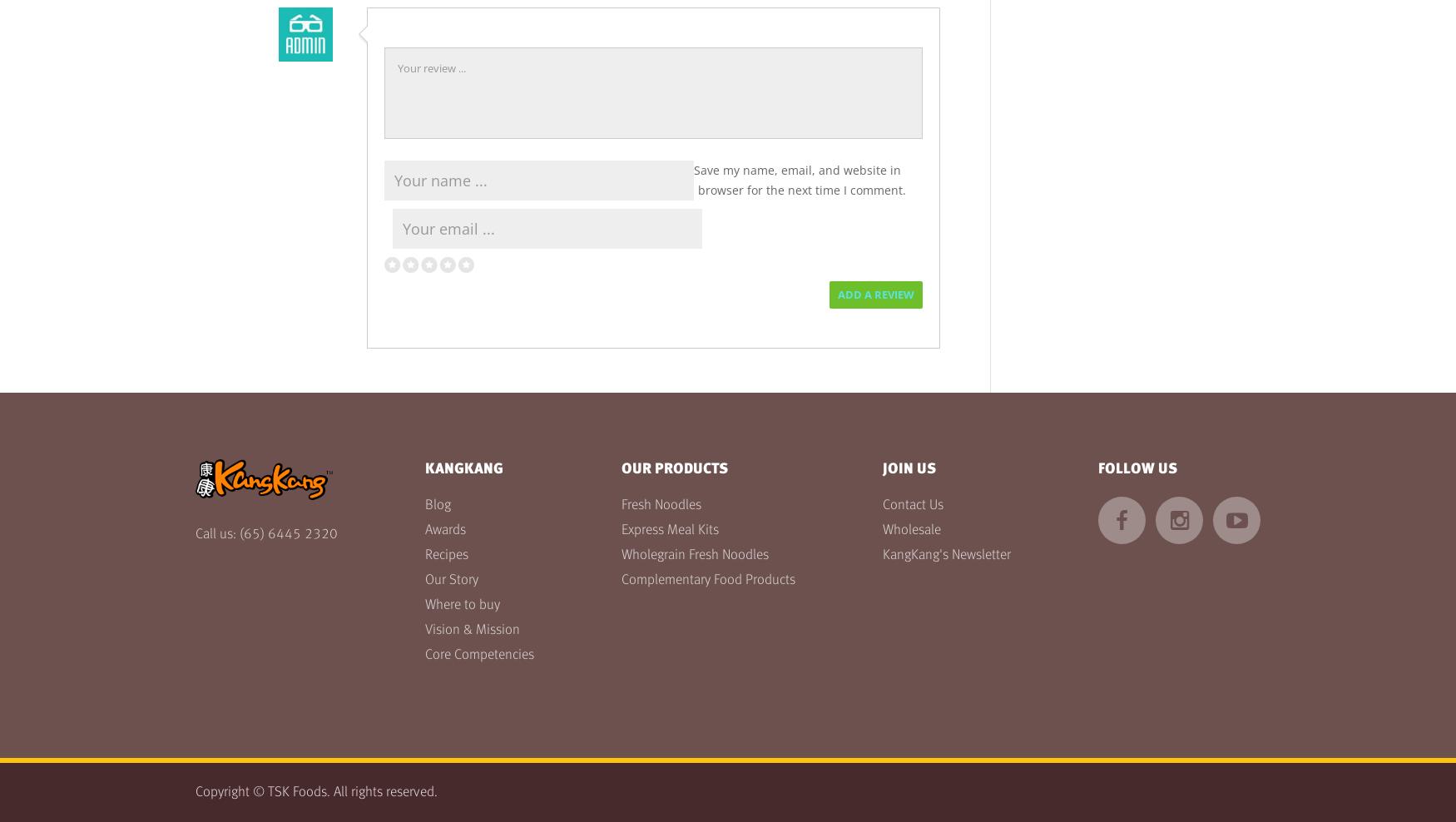 Image resolution: width=1456 pixels, height=822 pixels. I want to click on '00:00', so click(28, 44).